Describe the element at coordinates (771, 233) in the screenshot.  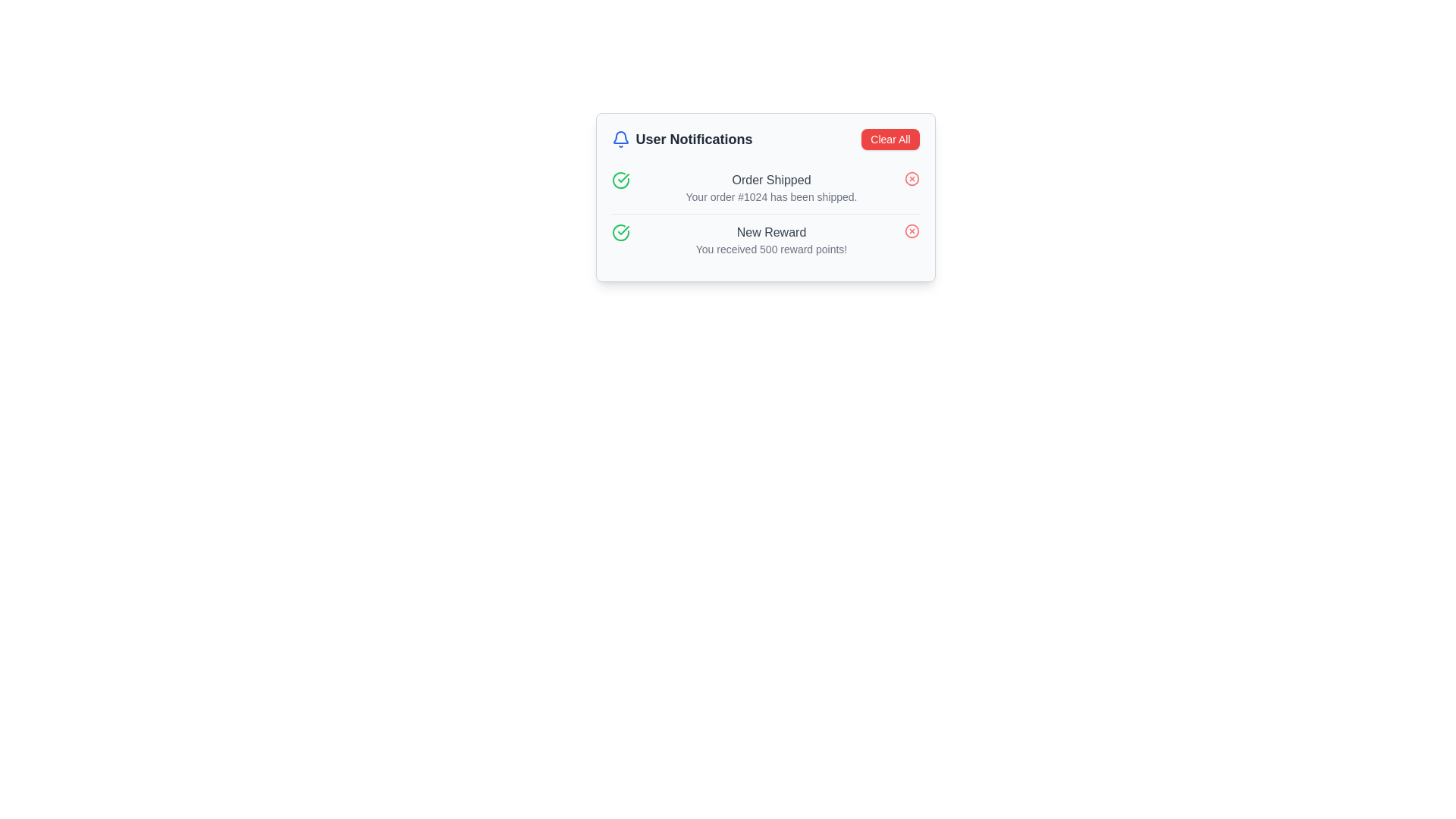
I see `the title text of the second notification card in the 'User Notifications' section, which provides a summary of the notification's purpose and is located beneath a green checkmark icon` at that location.